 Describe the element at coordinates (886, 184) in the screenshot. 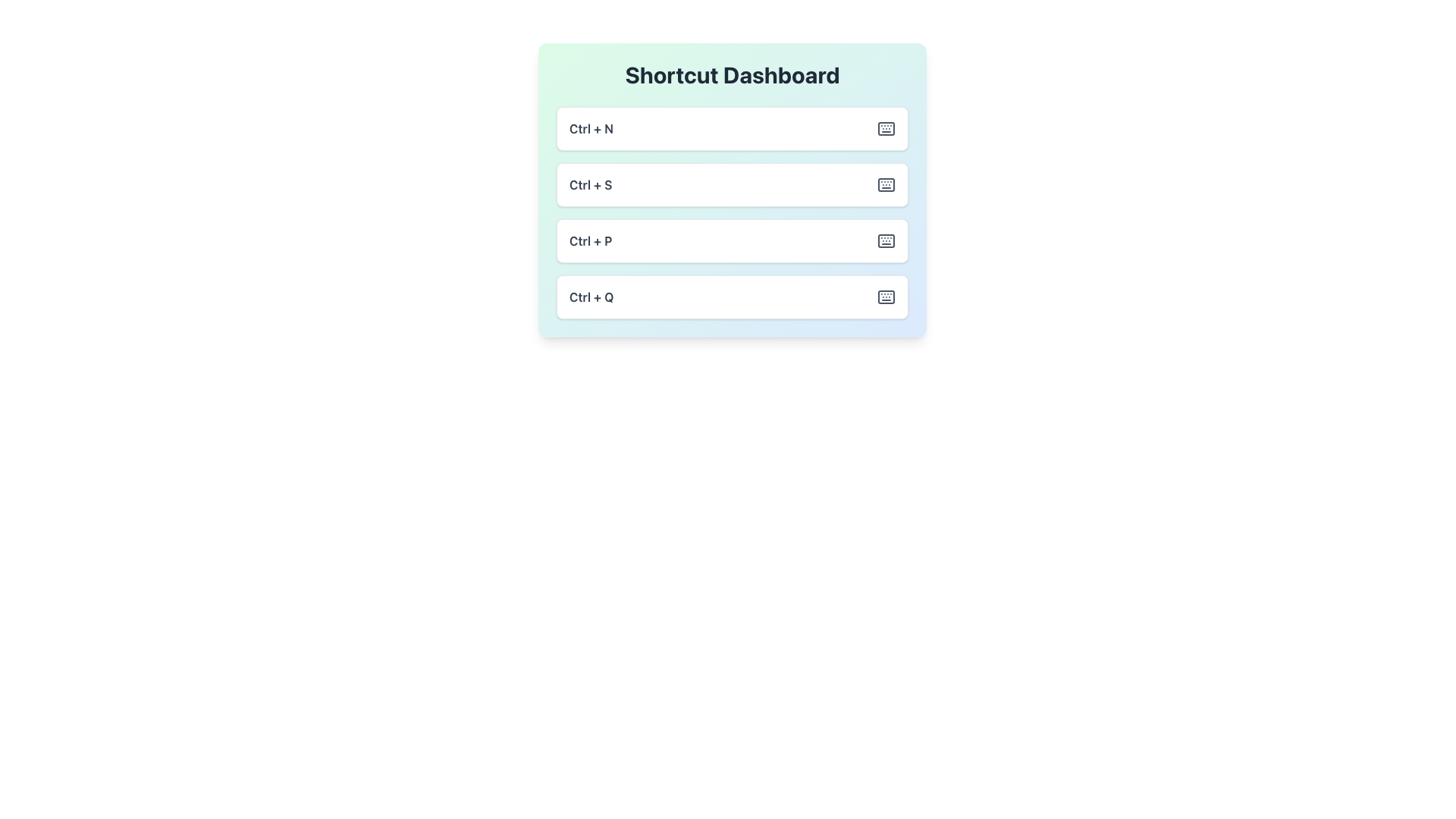

I see `the second keycap icon from the top in the shortcut list, located in the rightmost area of its row, which visually represents a keyboard input for the associated shortcut action` at that location.